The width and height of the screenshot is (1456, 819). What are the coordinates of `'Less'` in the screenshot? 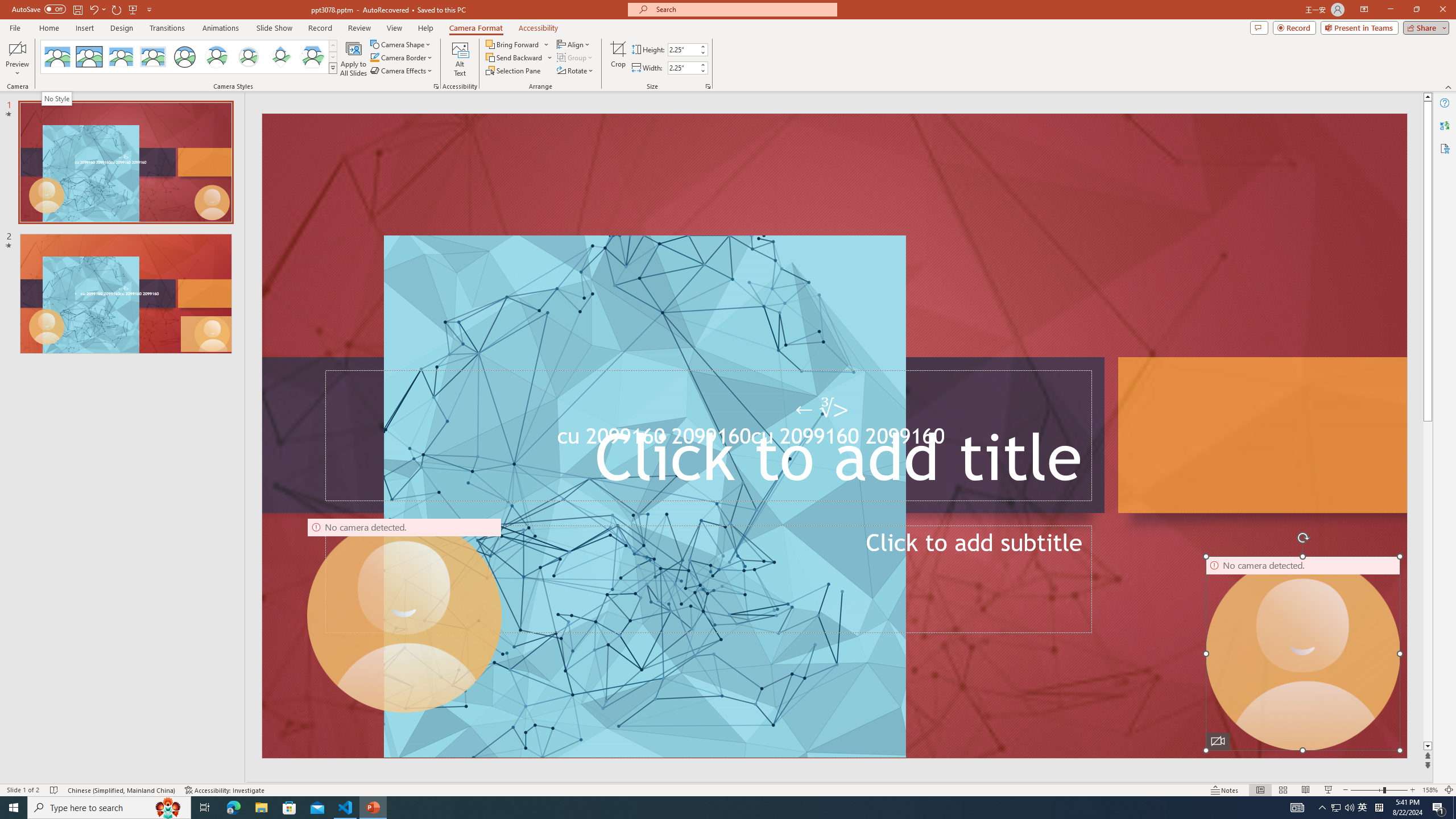 It's located at (702, 70).